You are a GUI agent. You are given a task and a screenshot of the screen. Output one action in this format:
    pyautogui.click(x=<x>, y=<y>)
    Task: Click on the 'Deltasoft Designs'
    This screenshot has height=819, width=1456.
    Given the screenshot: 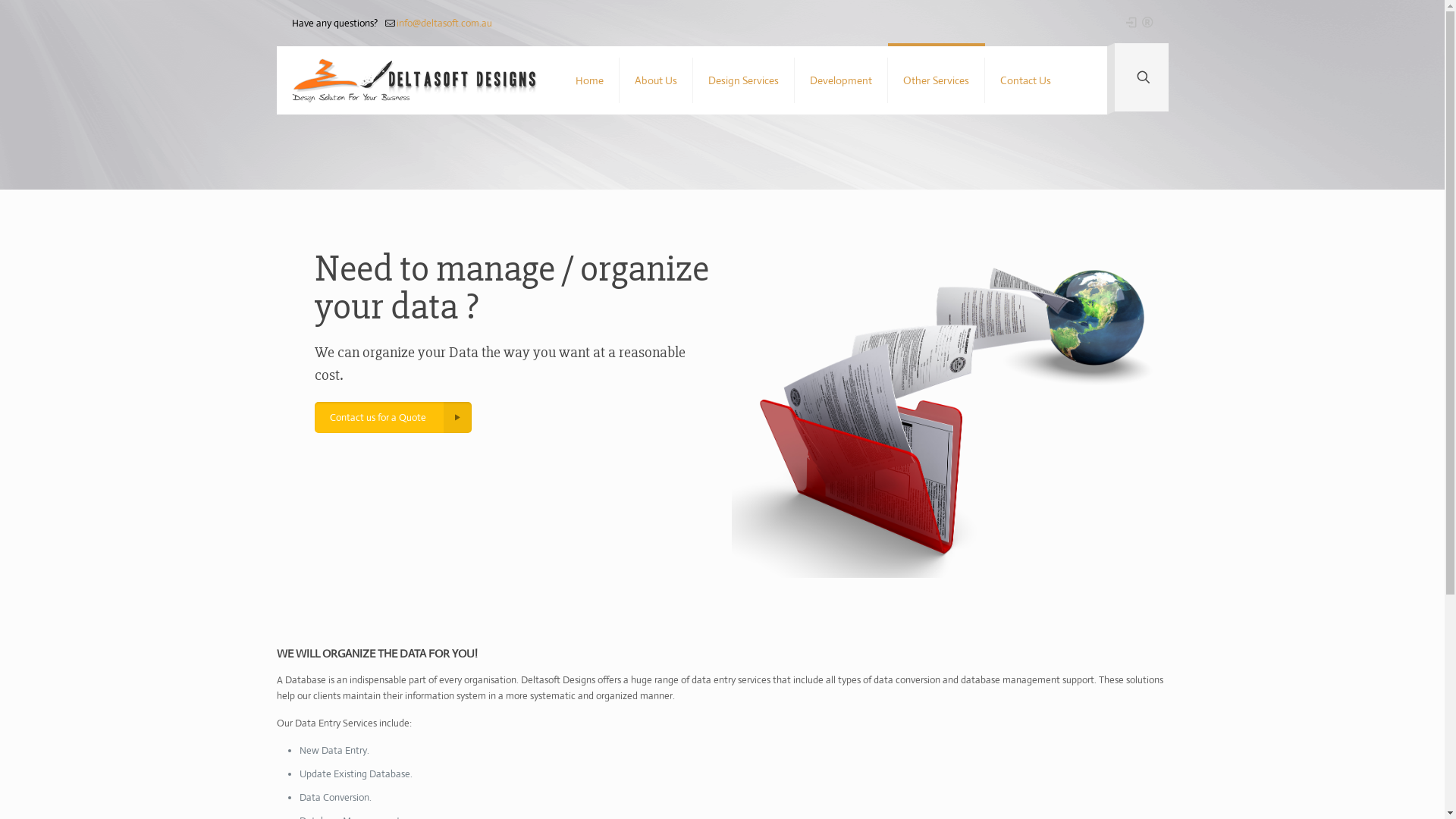 What is the action you would take?
    pyautogui.click(x=414, y=80)
    